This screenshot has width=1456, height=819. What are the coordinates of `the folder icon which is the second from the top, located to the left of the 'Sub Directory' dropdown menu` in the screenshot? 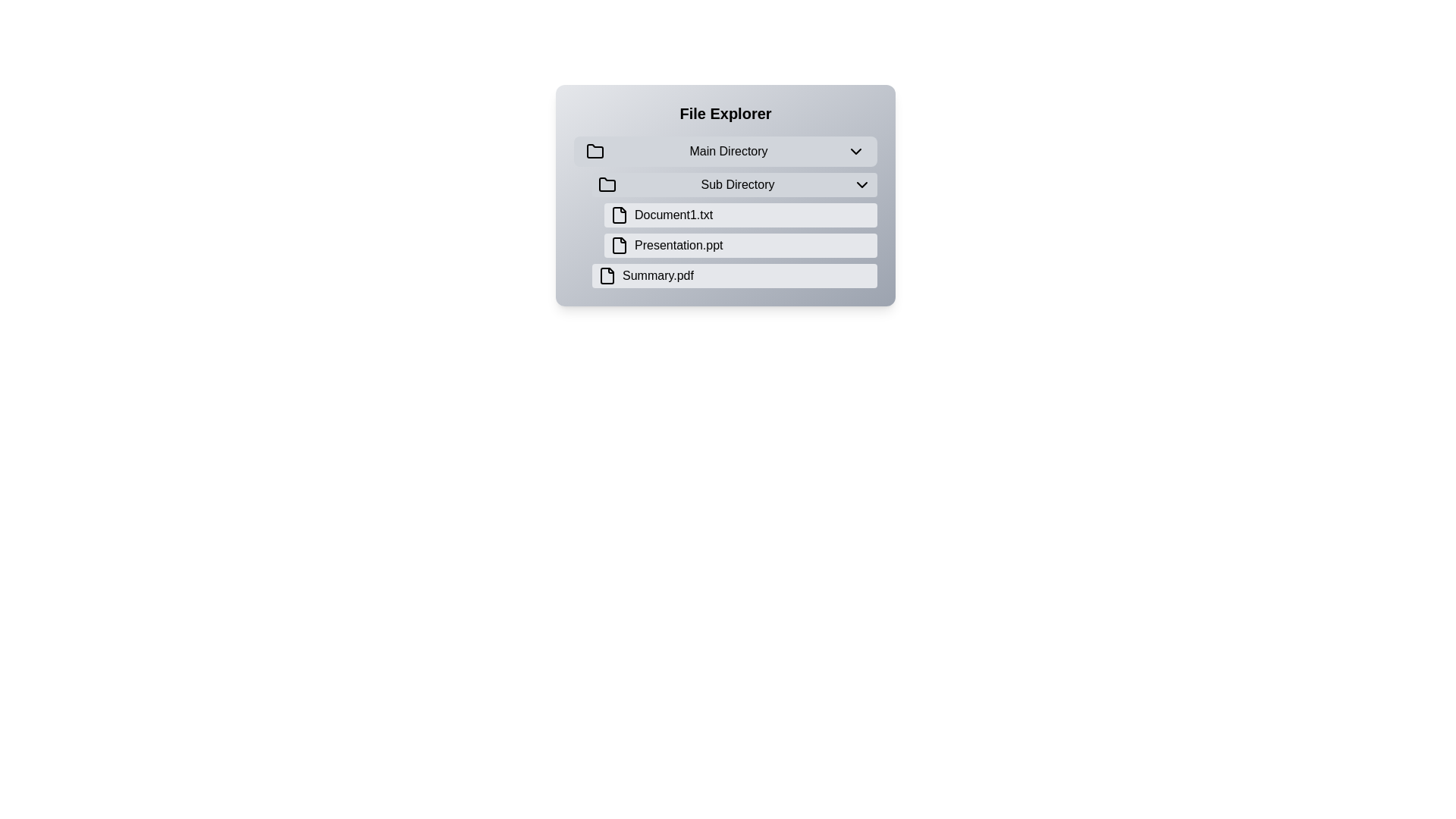 It's located at (607, 184).